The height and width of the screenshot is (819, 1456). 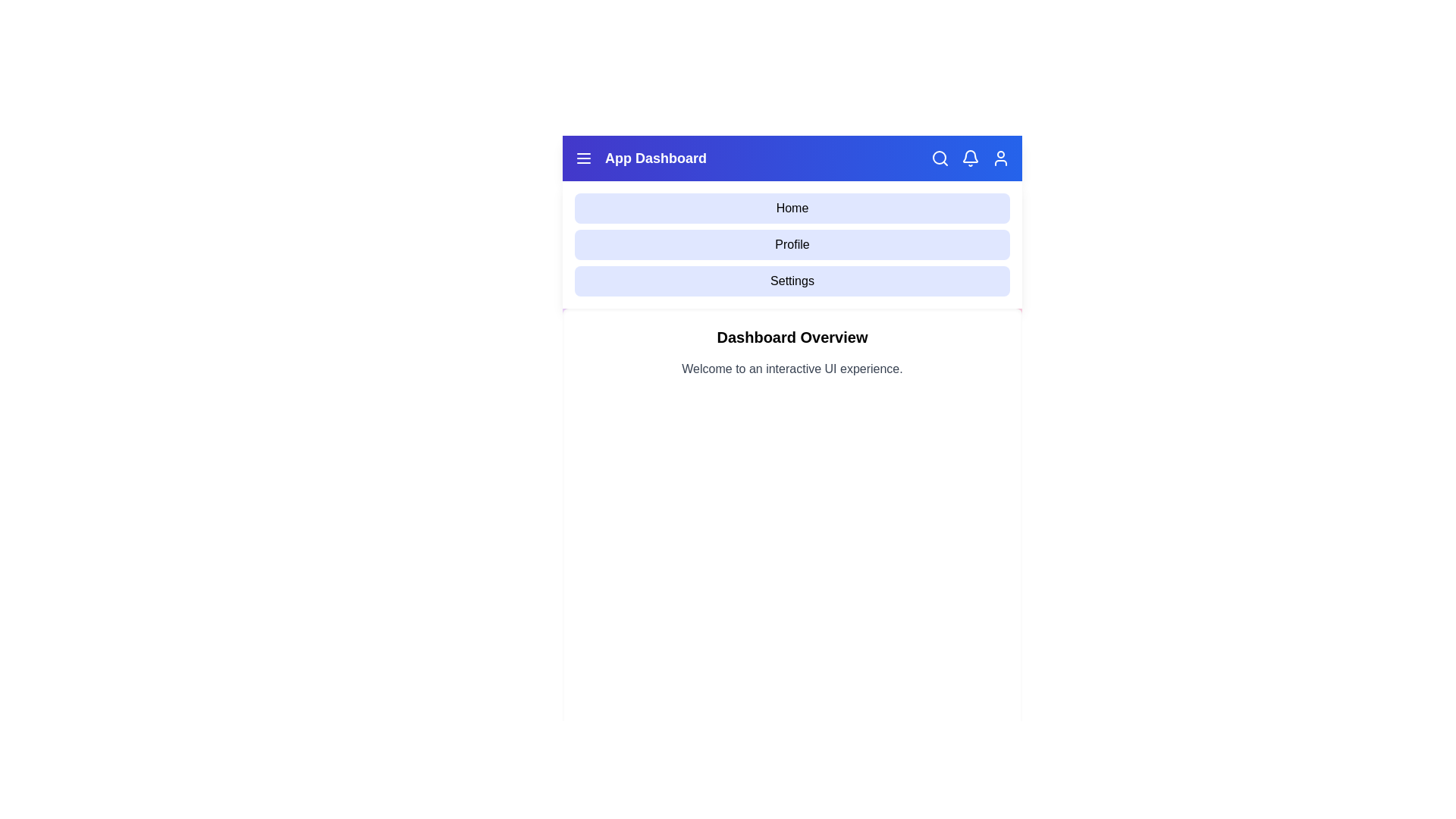 What do you see at coordinates (939, 158) in the screenshot?
I see `the search icon in the app bar` at bounding box center [939, 158].